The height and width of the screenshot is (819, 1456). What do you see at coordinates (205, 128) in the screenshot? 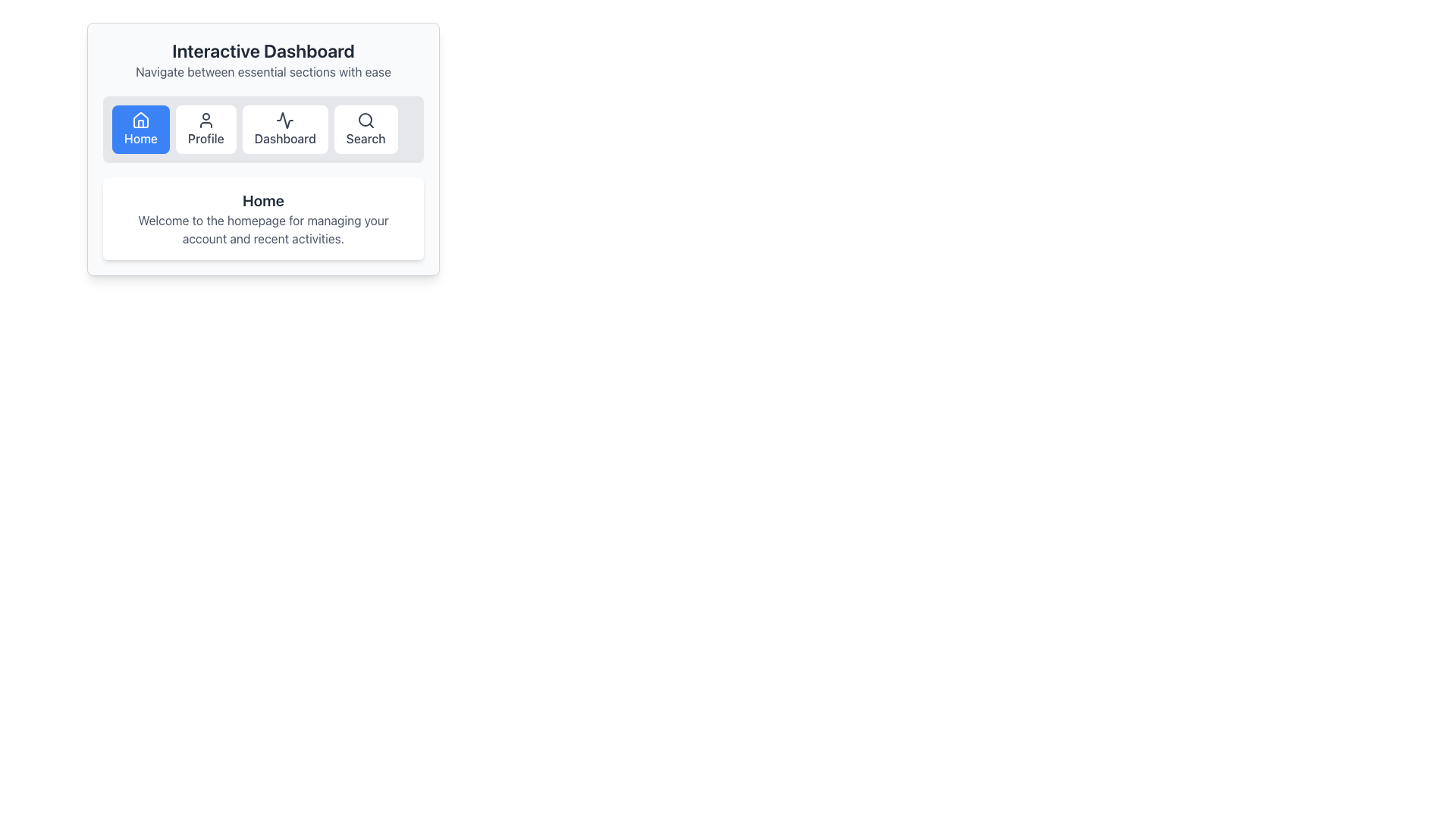
I see `the navigation button located centrally in the interface, which is the second item in a row of four elements` at bounding box center [205, 128].